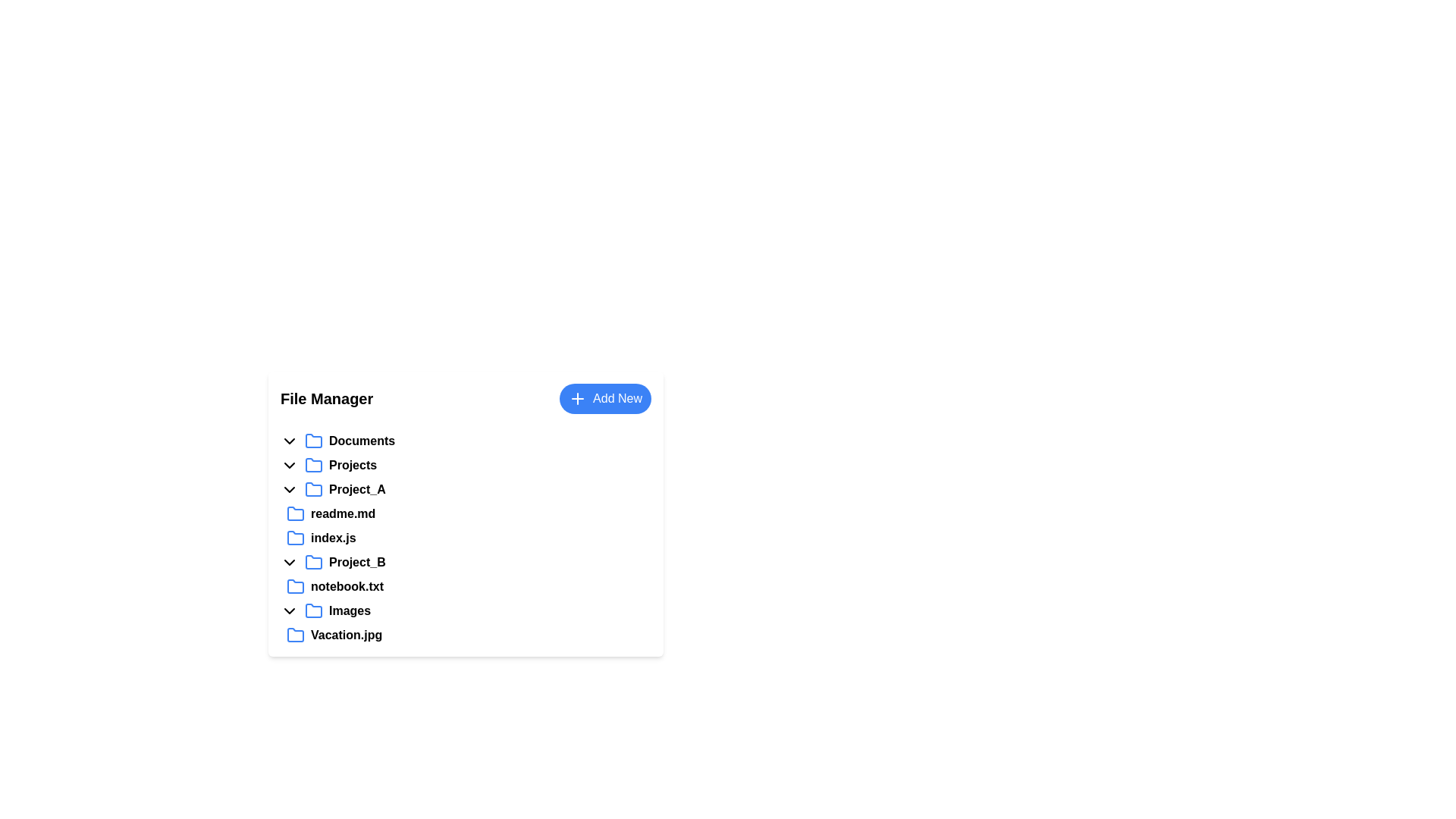  What do you see at coordinates (295, 585) in the screenshot?
I see `the folder icon located to the left of the text label 'notebook.txt' in the file manager interface` at bounding box center [295, 585].